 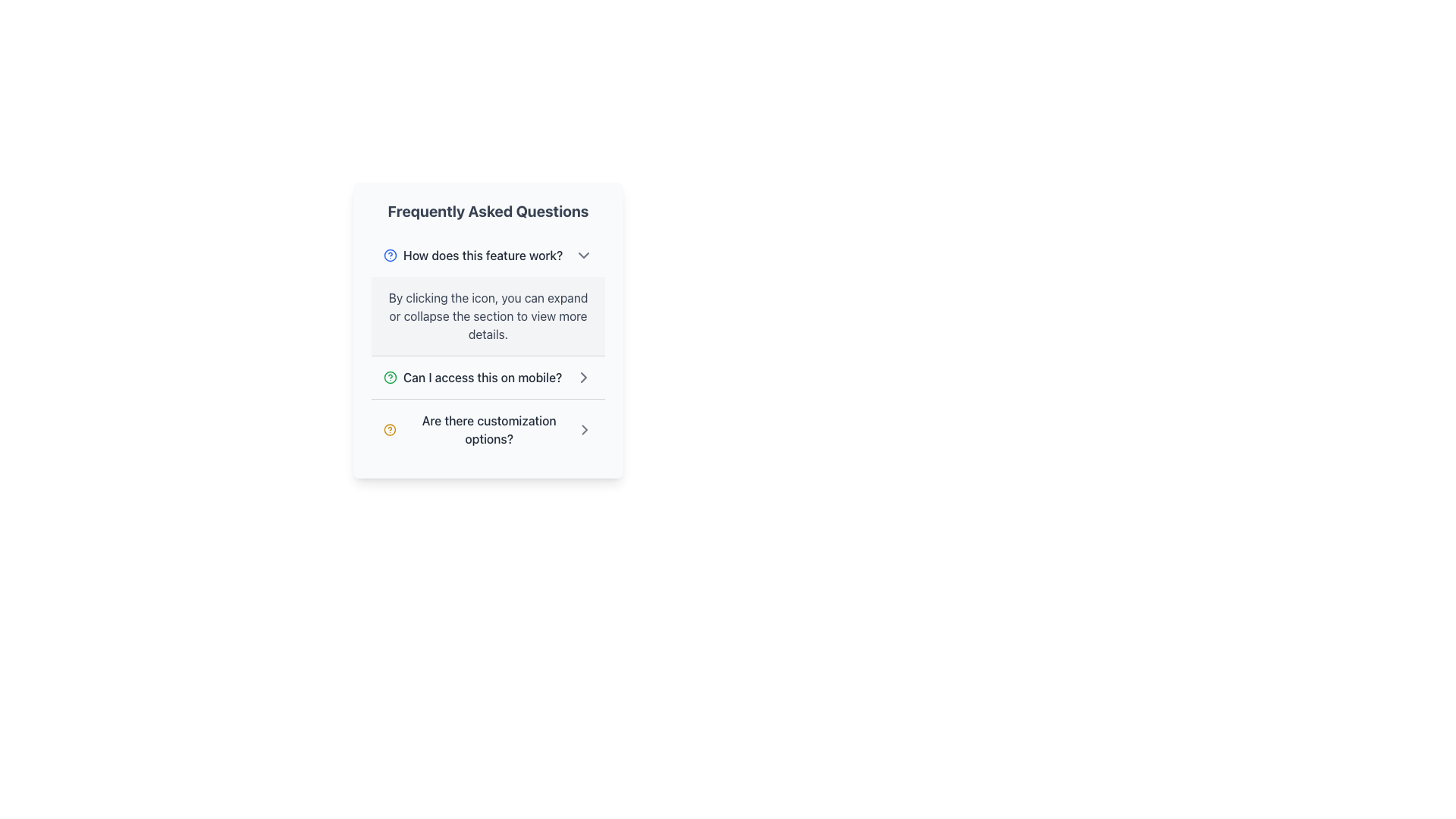 I want to click on the first expandable question in the FAQ section, so click(x=488, y=295).